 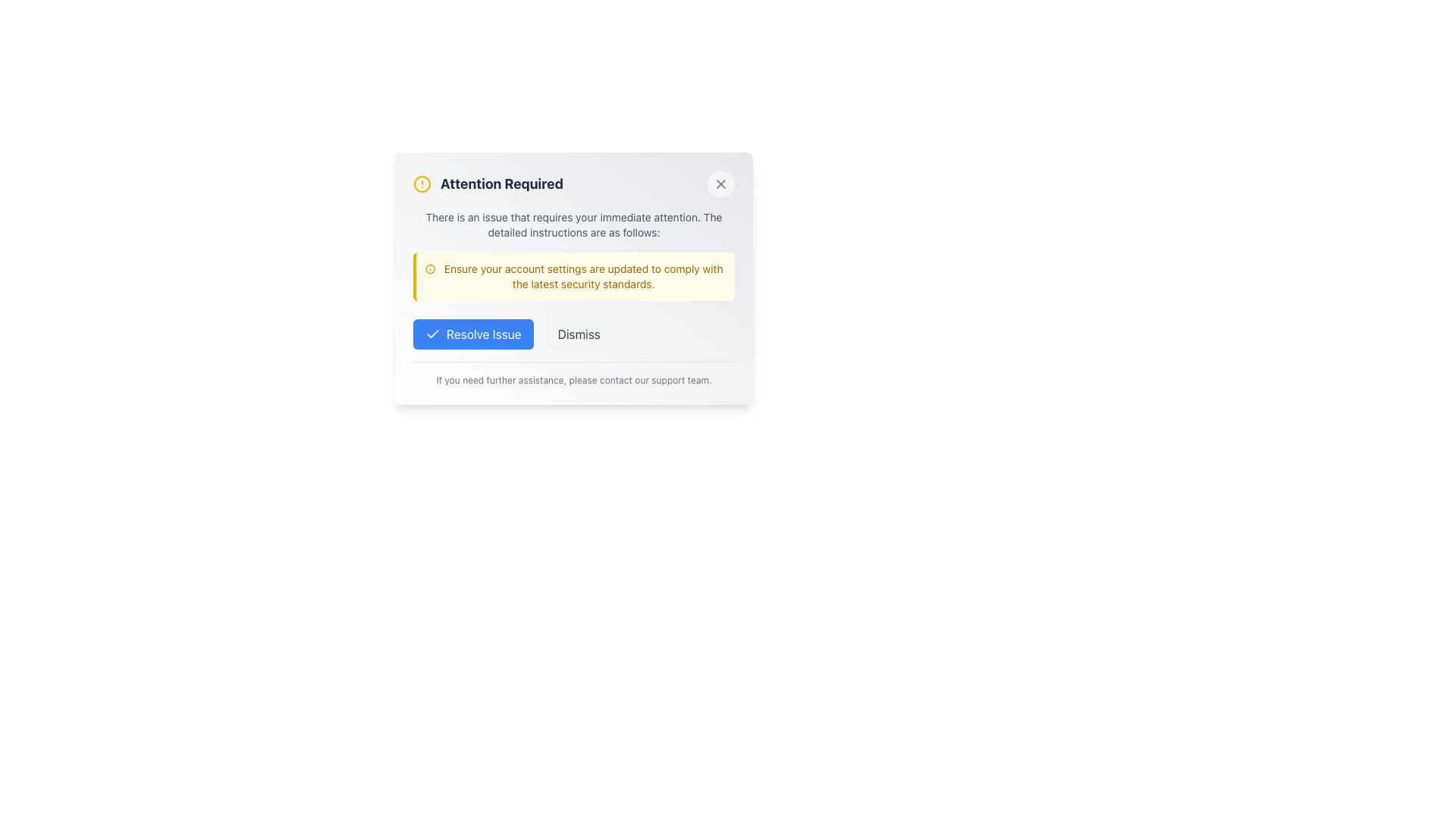 I want to click on the circular icon with a yellow border and an exclamation mark inside, located to the left of the 'Attention Required' title in the top-left part of the modal window, so click(x=422, y=184).